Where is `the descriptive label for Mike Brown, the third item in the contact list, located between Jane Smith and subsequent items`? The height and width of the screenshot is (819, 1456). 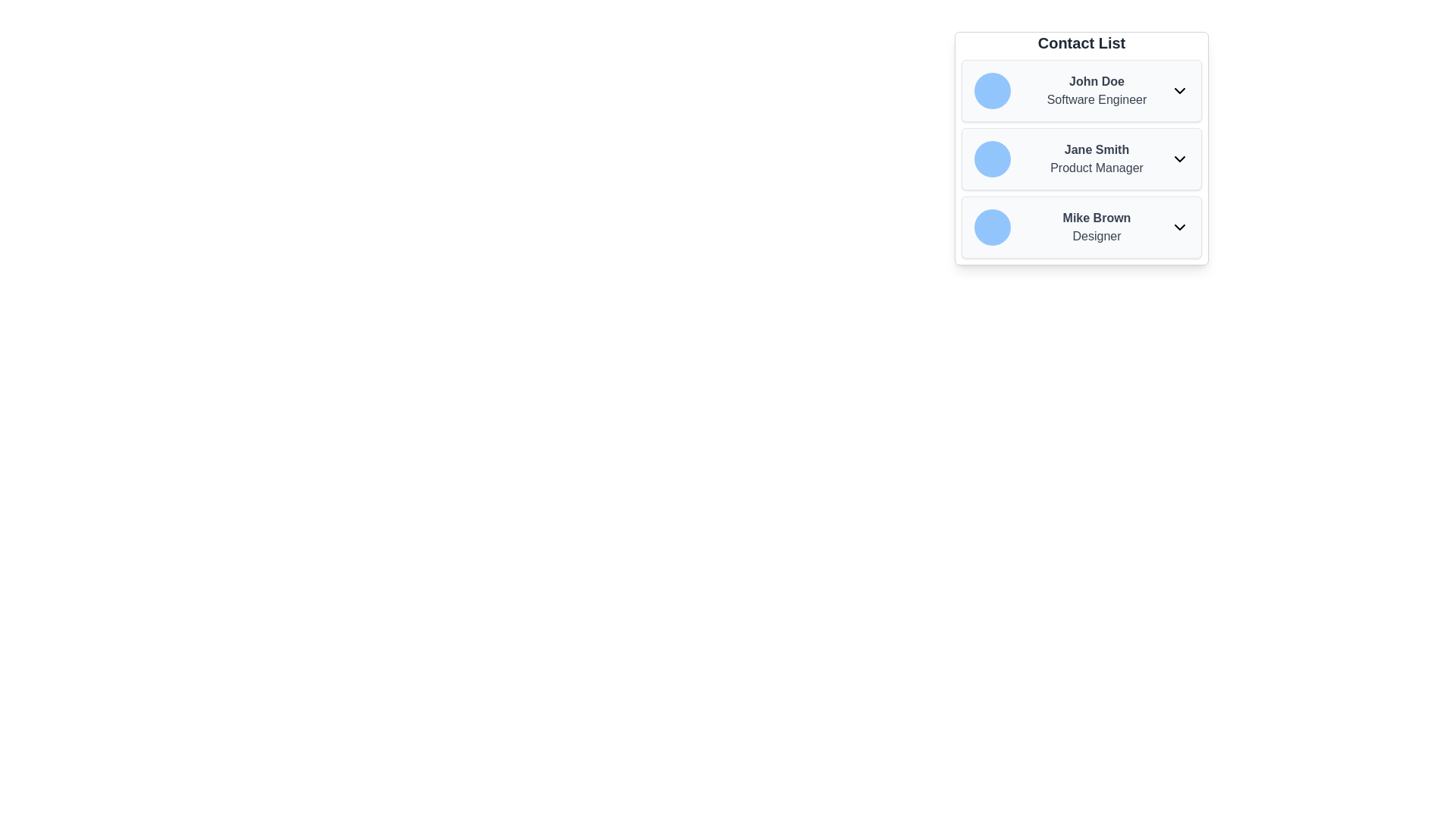
the descriptive label for Mike Brown, the third item in the contact list, located between Jane Smith and subsequent items is located at coordinates (1097, 227).